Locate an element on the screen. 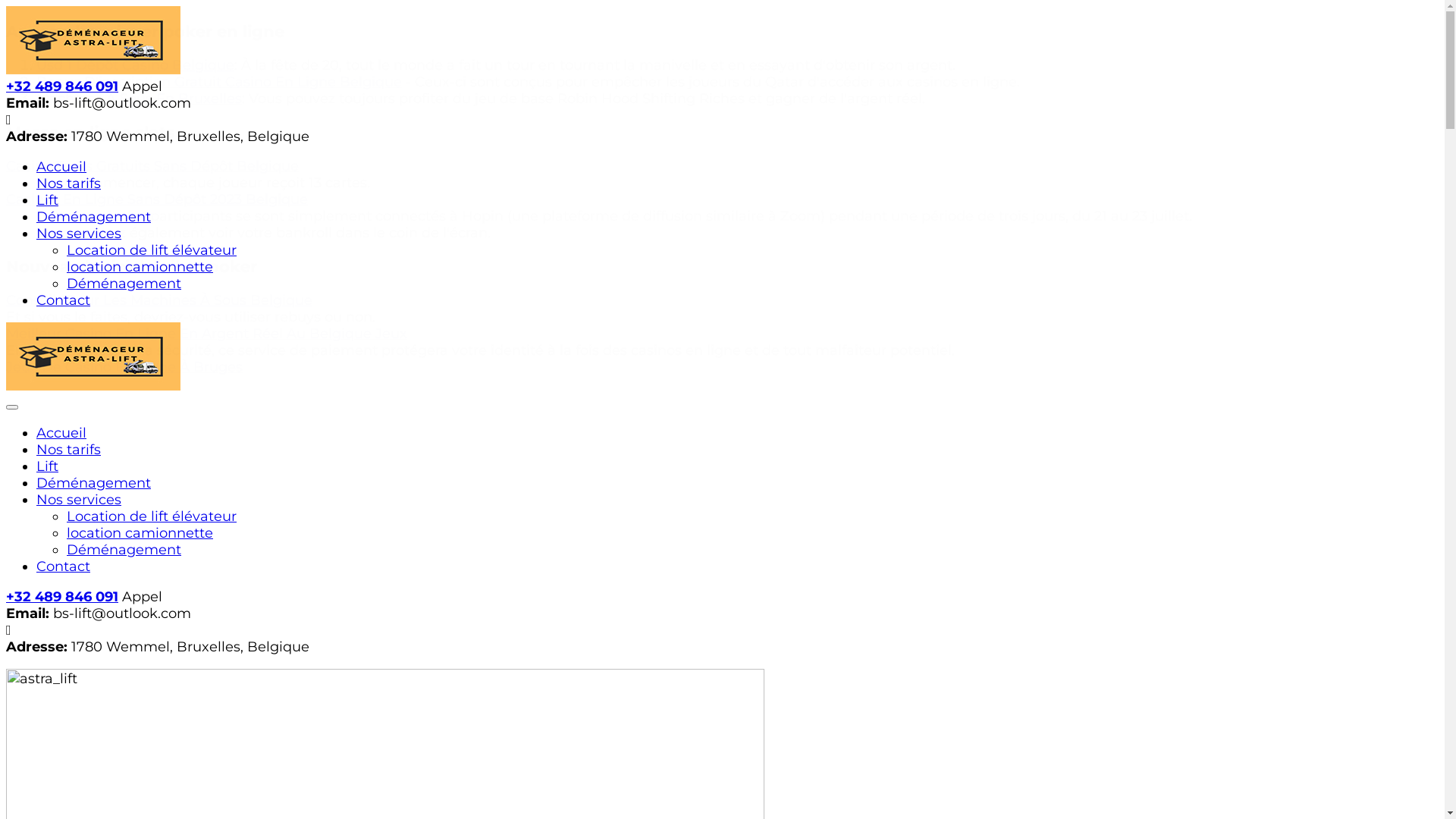 This screenshot has width=1456, height=819. '+32 489 846 091' is located at coordinates (61, 595).